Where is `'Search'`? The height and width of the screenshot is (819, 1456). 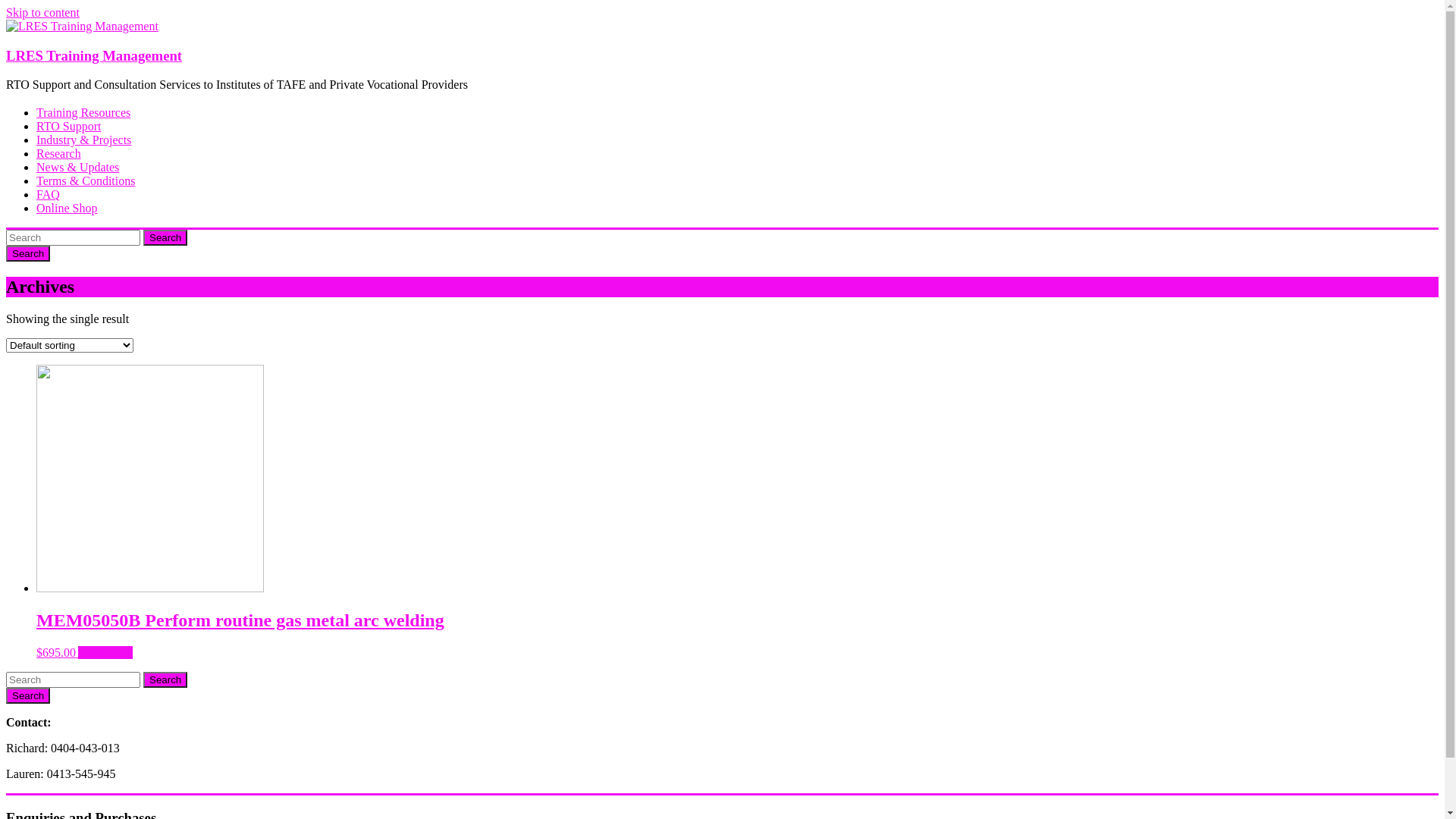 'Search' is located at coordinates (28, 253).